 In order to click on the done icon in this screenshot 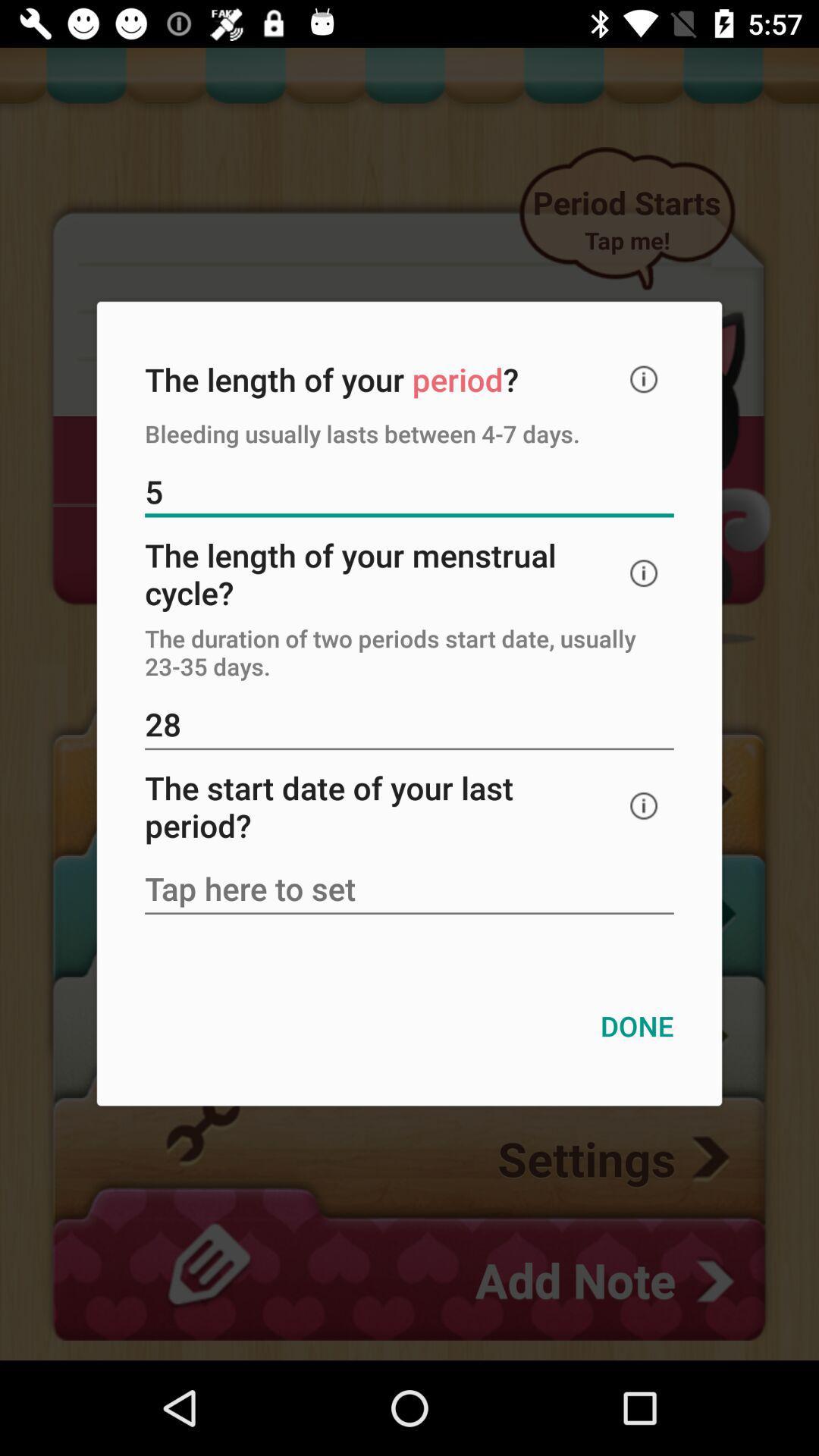, I will do `click(637, 1026)`.